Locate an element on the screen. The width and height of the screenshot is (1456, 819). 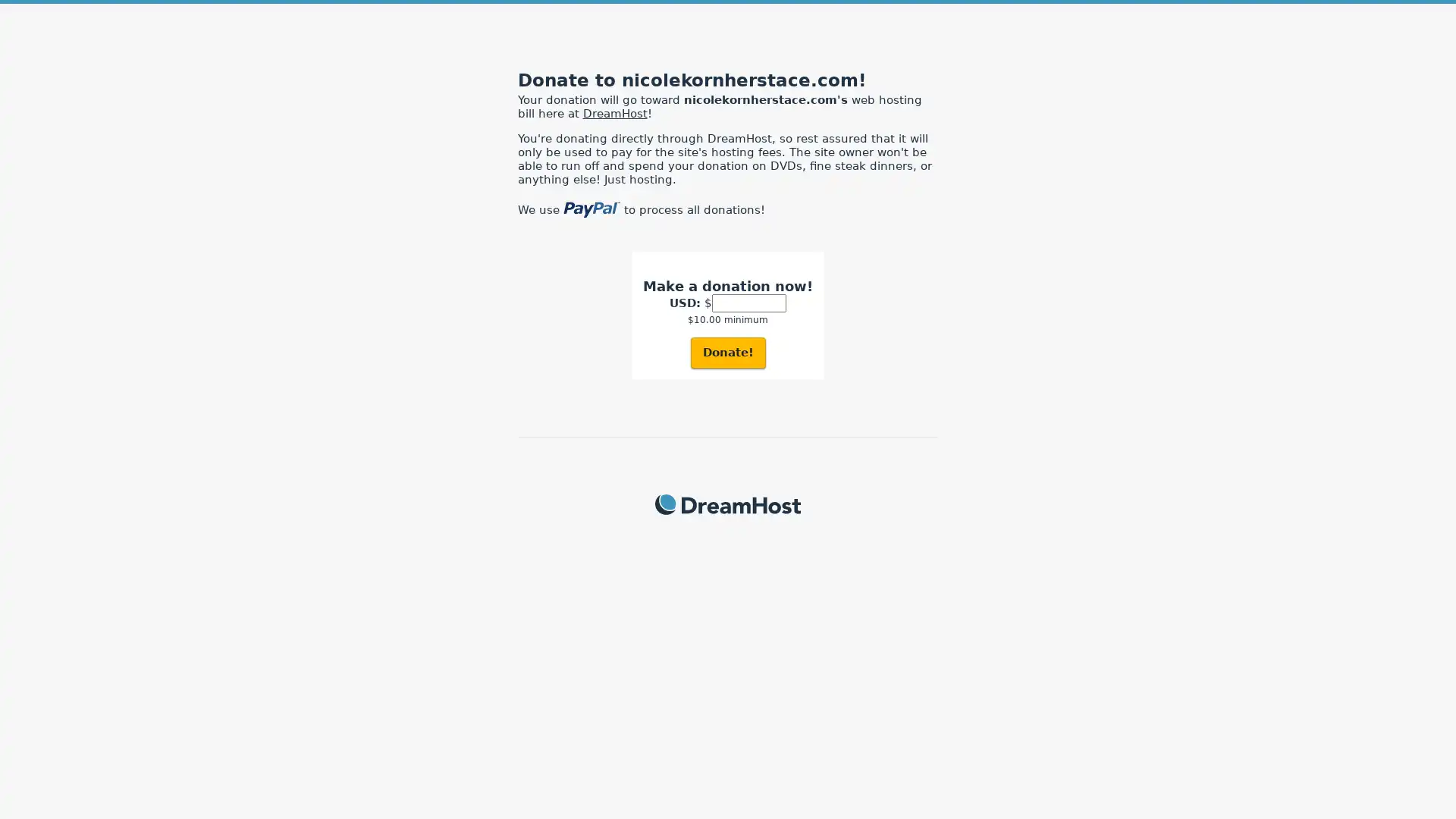
Donate! is located at coordinates (726, 352).